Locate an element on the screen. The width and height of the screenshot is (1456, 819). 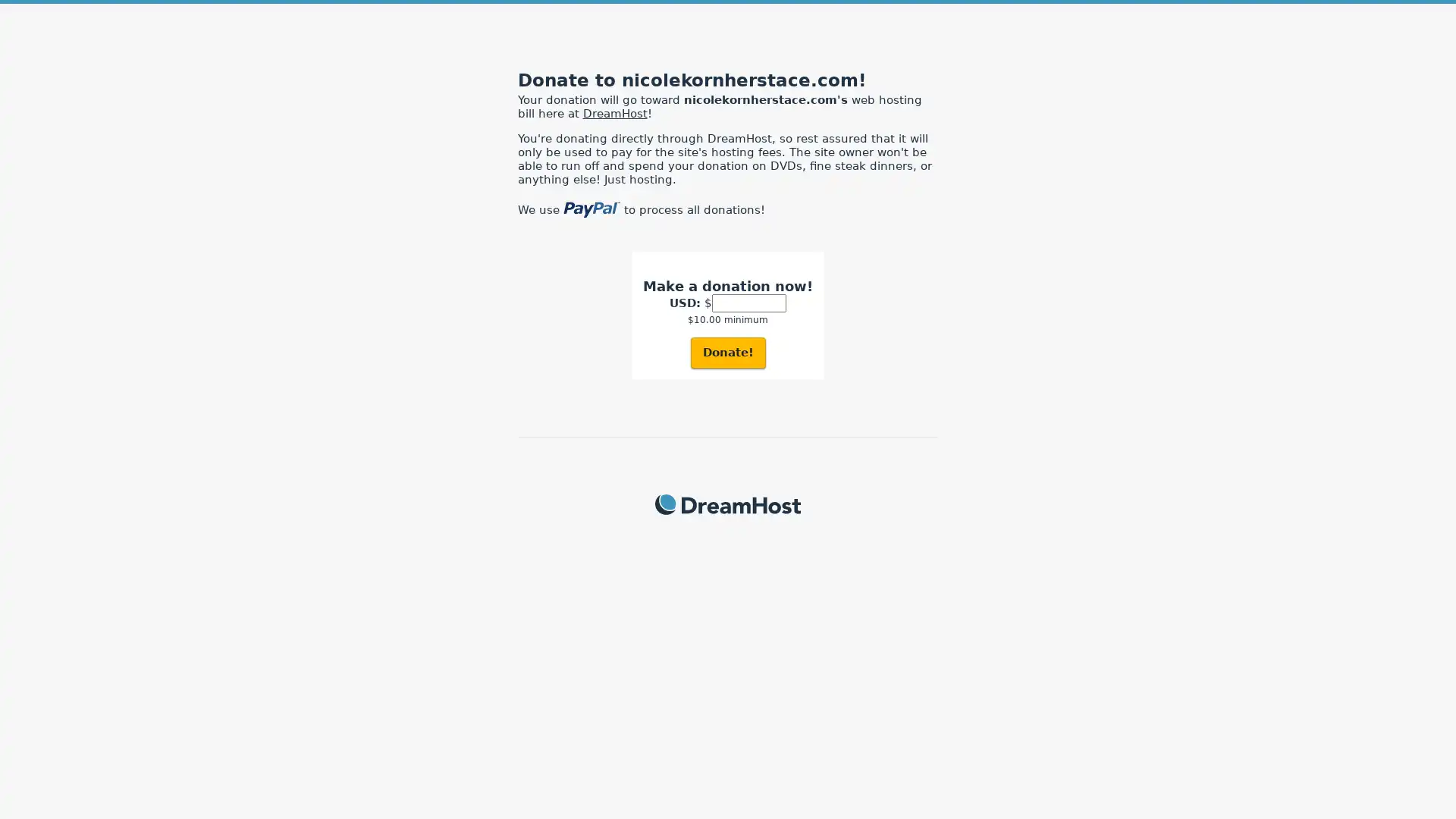
Donate! is located at coordinates (726, 352).